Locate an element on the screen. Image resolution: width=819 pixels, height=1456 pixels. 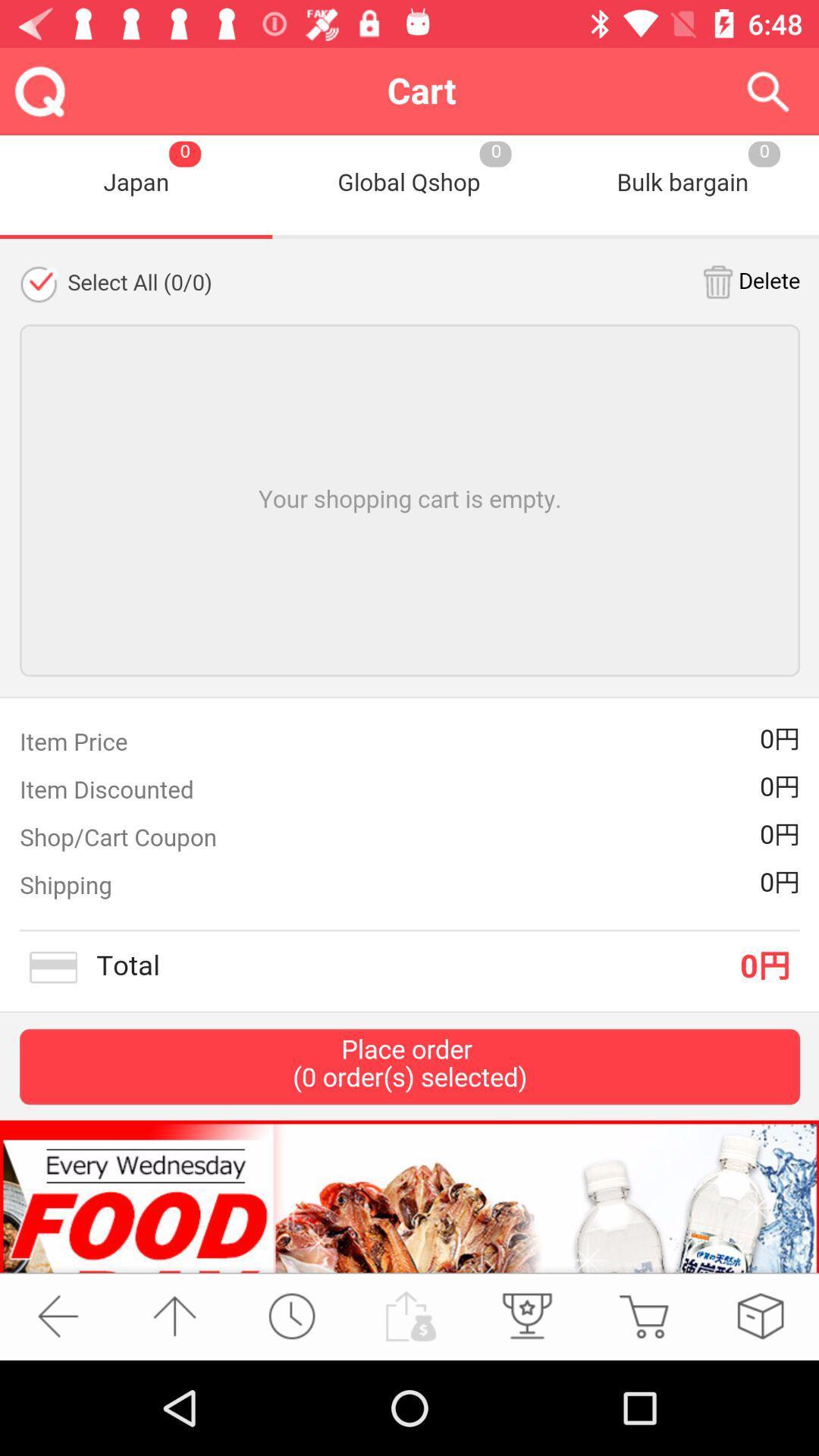
the arrow_backward icon is located at coordinates (57, 1315).